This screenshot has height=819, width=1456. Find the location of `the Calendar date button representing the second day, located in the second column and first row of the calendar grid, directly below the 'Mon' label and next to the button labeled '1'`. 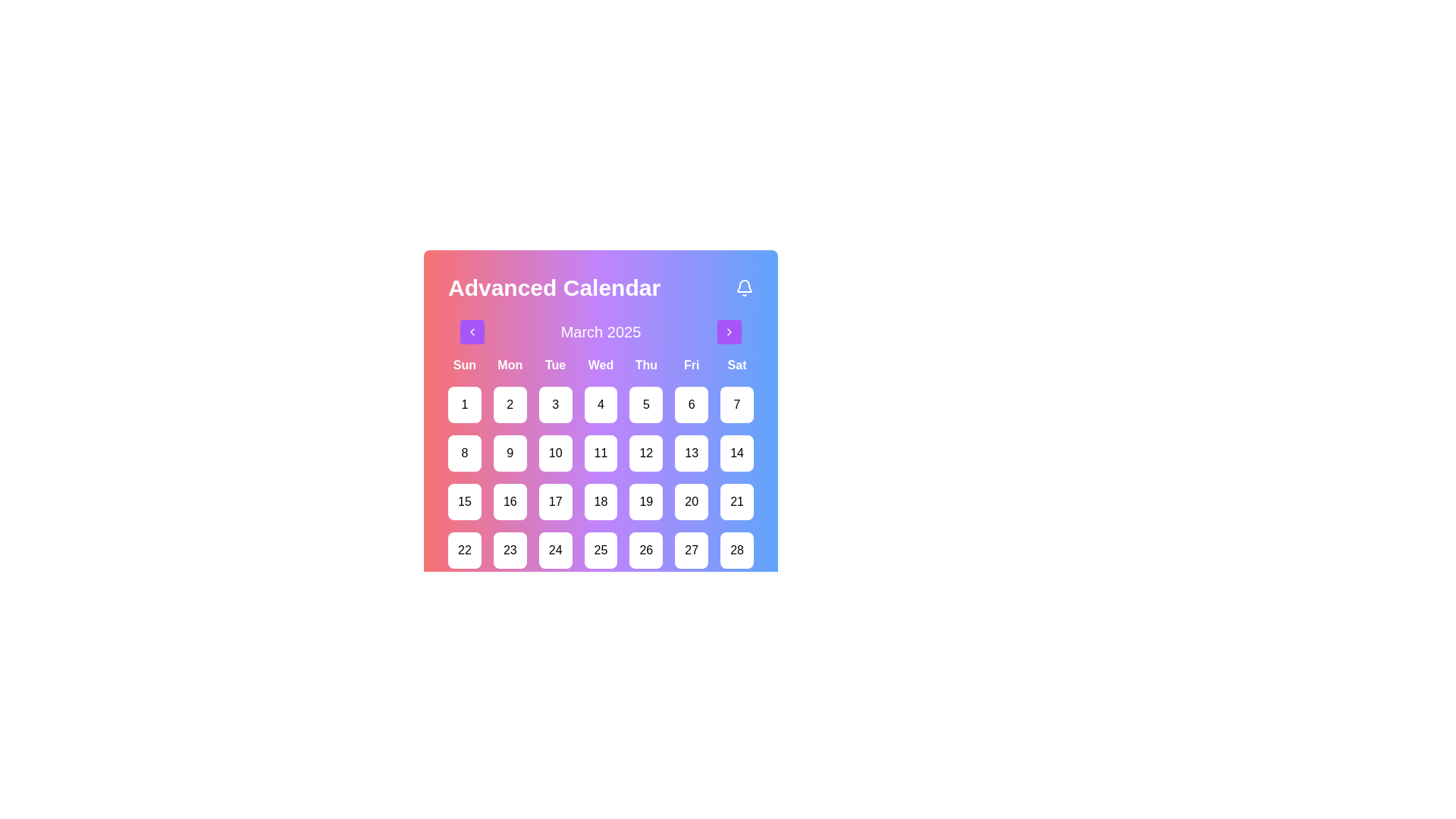

the Calendar date button representing the second day, located in the second column and first row of the calendar grid, directly below the 'Mon' label and next to the button labeled '1' is located at coordinates (510, 403).